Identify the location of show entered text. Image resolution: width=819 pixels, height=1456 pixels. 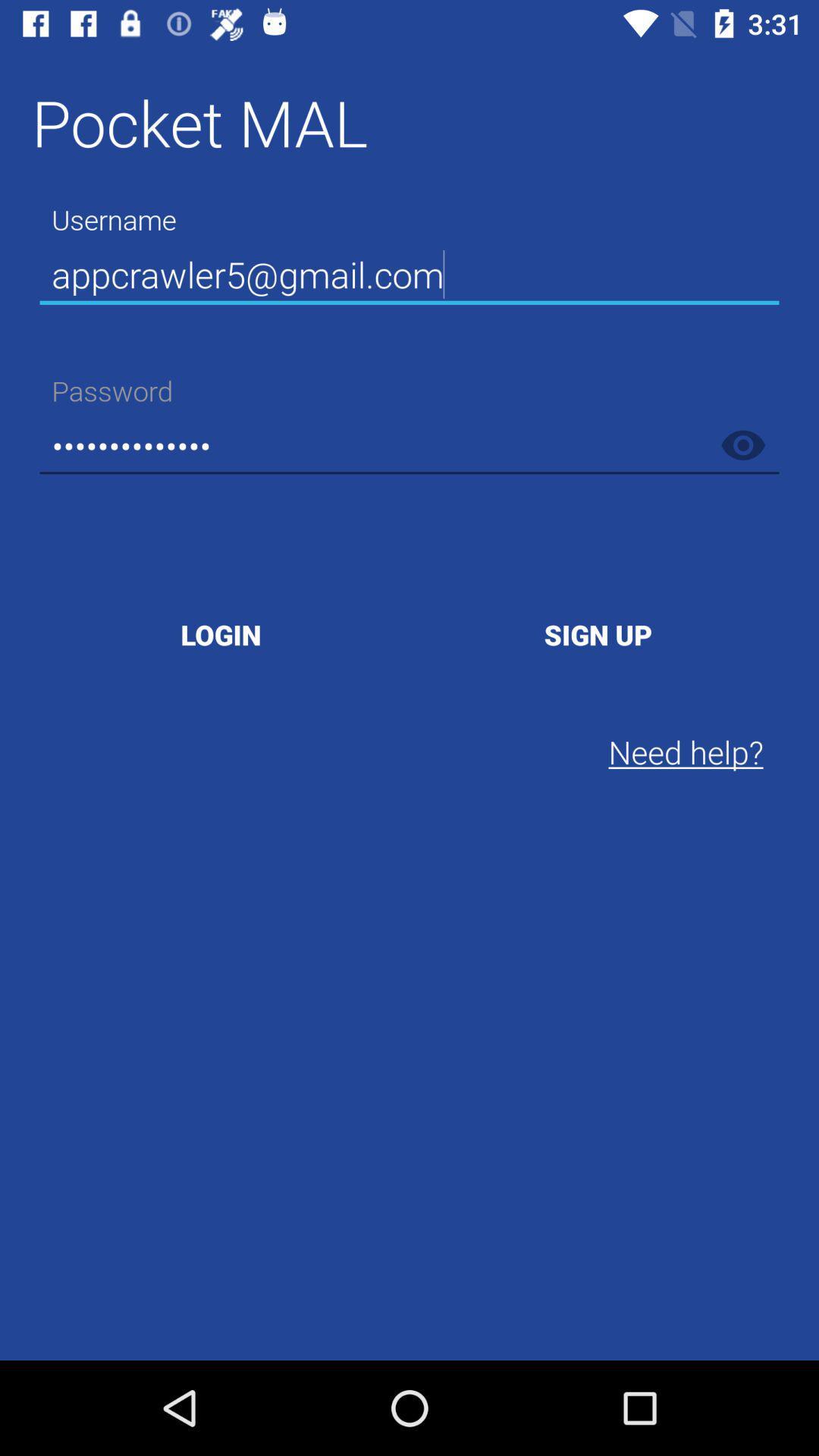
(742, 444).